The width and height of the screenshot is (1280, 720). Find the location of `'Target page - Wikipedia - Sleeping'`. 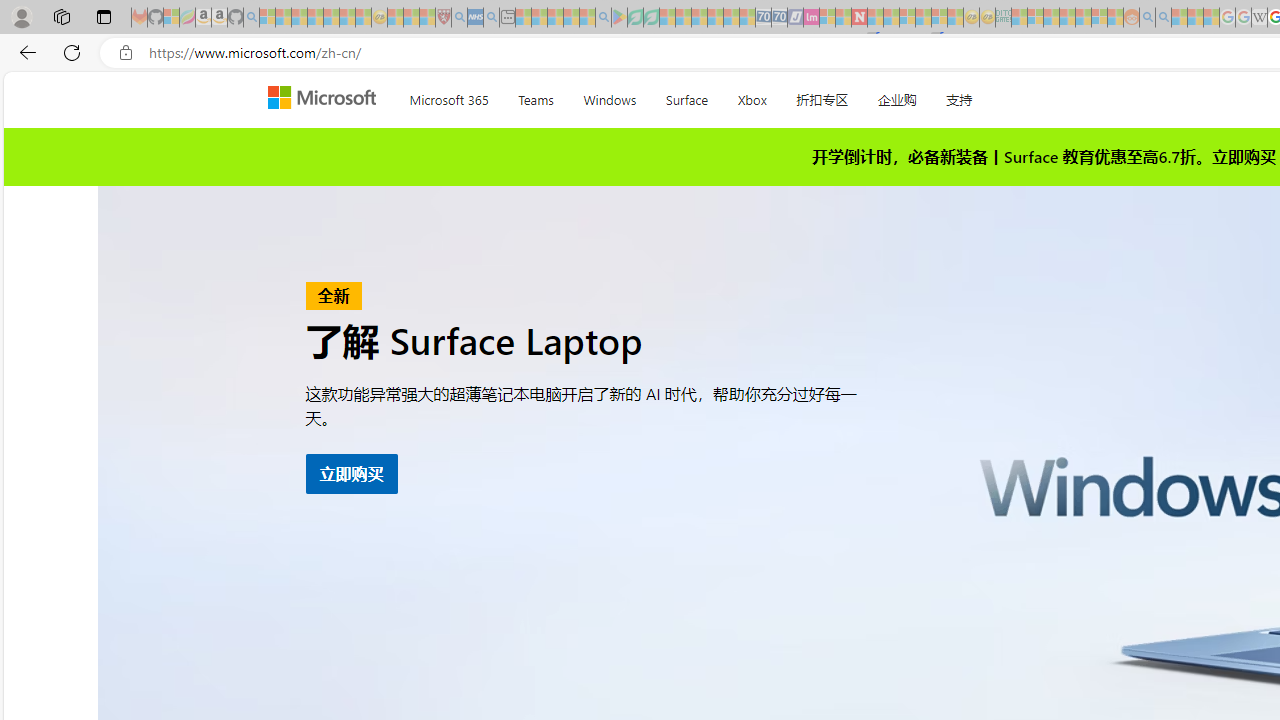

'Target page - Wikipedia - Sleeping' is located at coordinates (1258, 17).